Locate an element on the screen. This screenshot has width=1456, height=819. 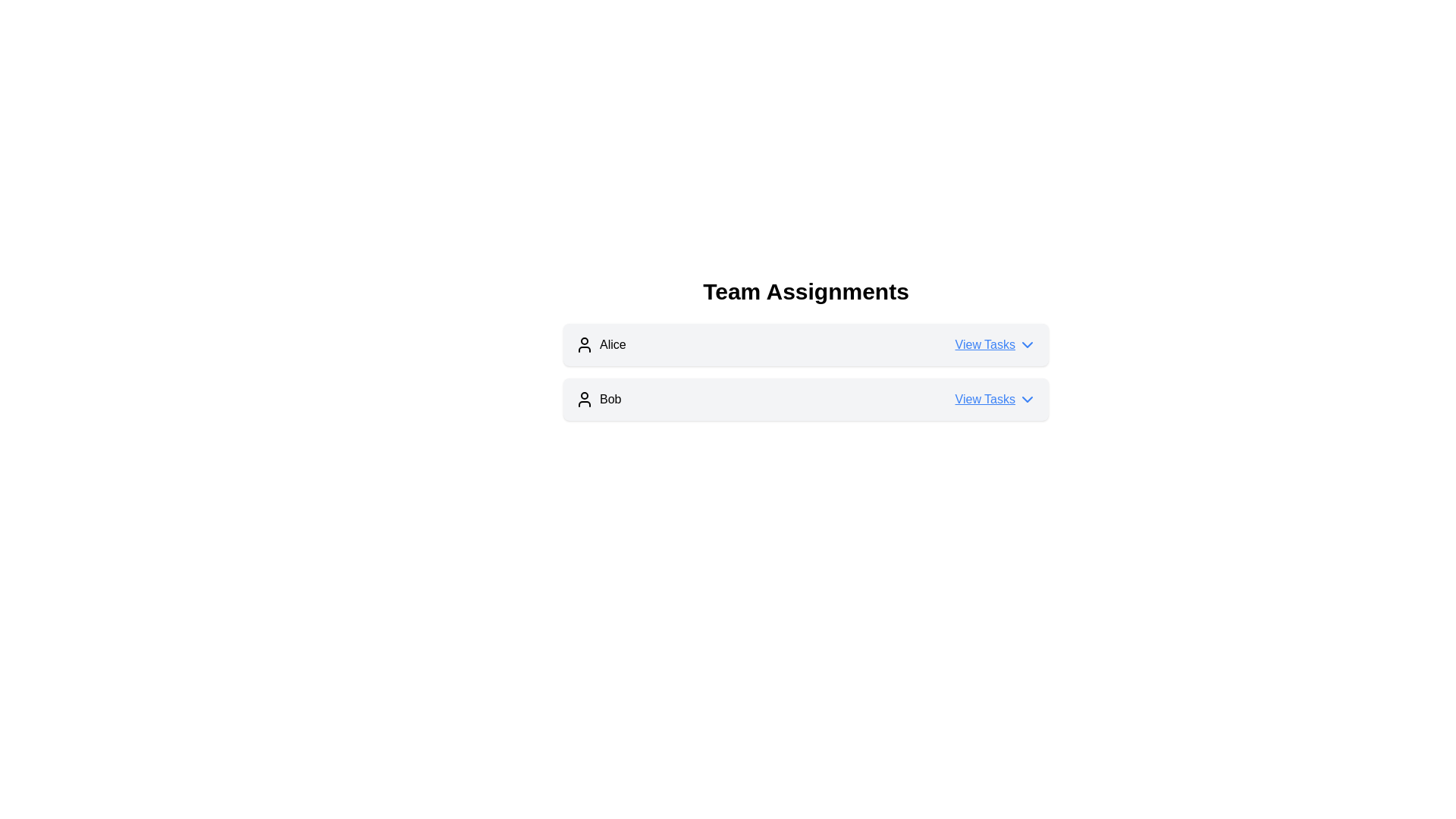
the blue-colored, underlined text 'View Tasks' located in the bottom-right corner of the section associated with 'Bob' is located at coordinates (996, 399).